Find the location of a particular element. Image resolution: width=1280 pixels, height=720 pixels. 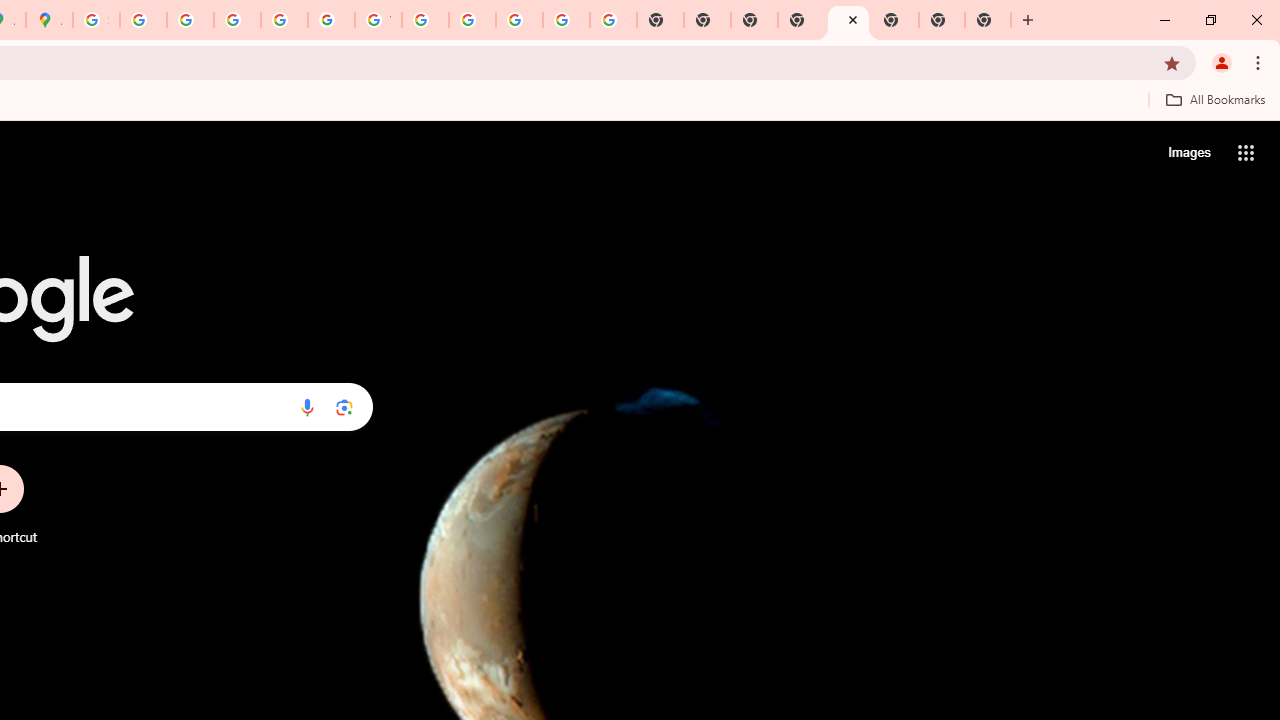

'New Tab' is located at coordinates (848, 20).